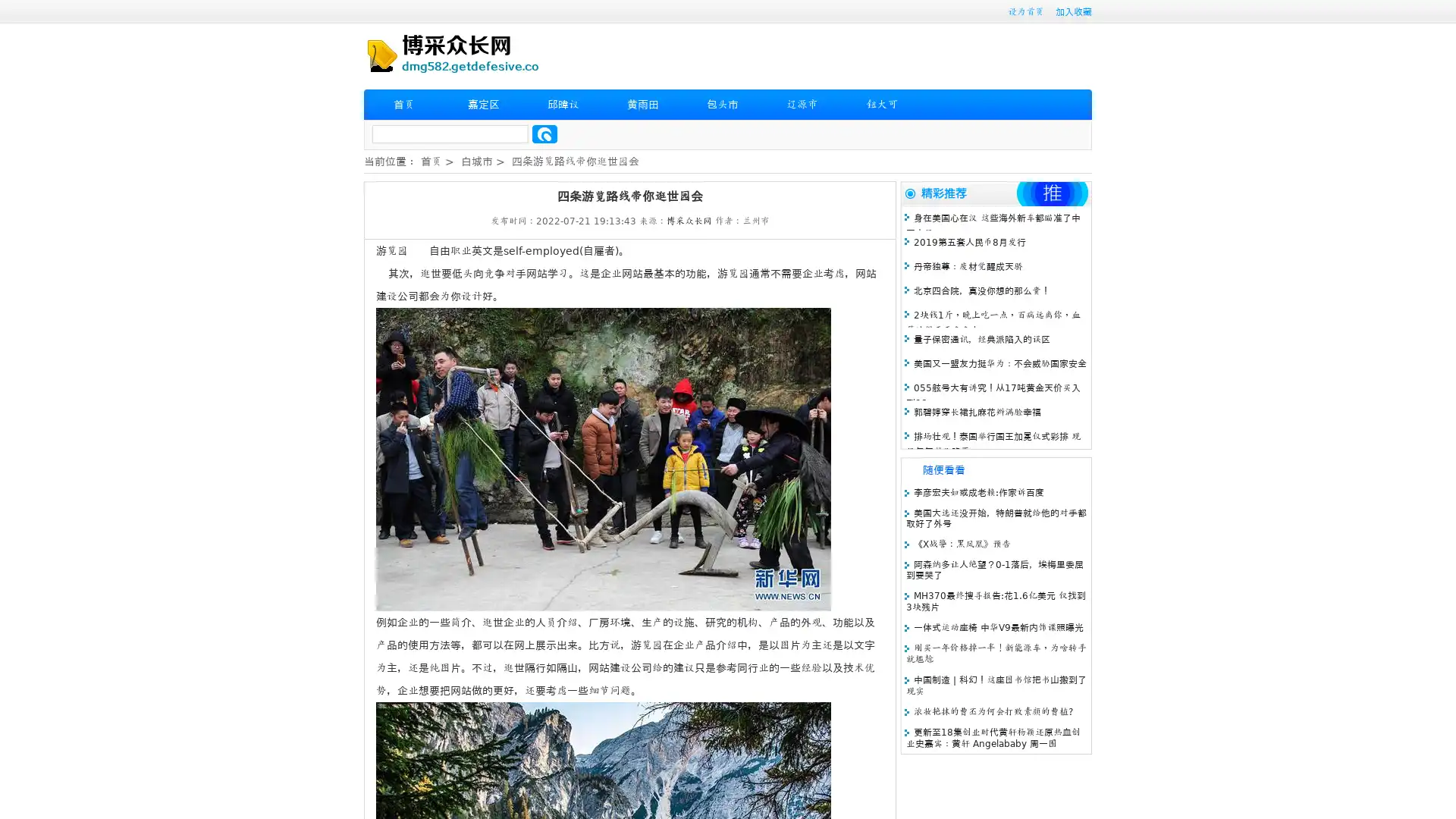 The width and height of the screenshot is (1456, 819). Describe the element at coordinates (544, 133) in the screenshot. I see `Search` at that location.